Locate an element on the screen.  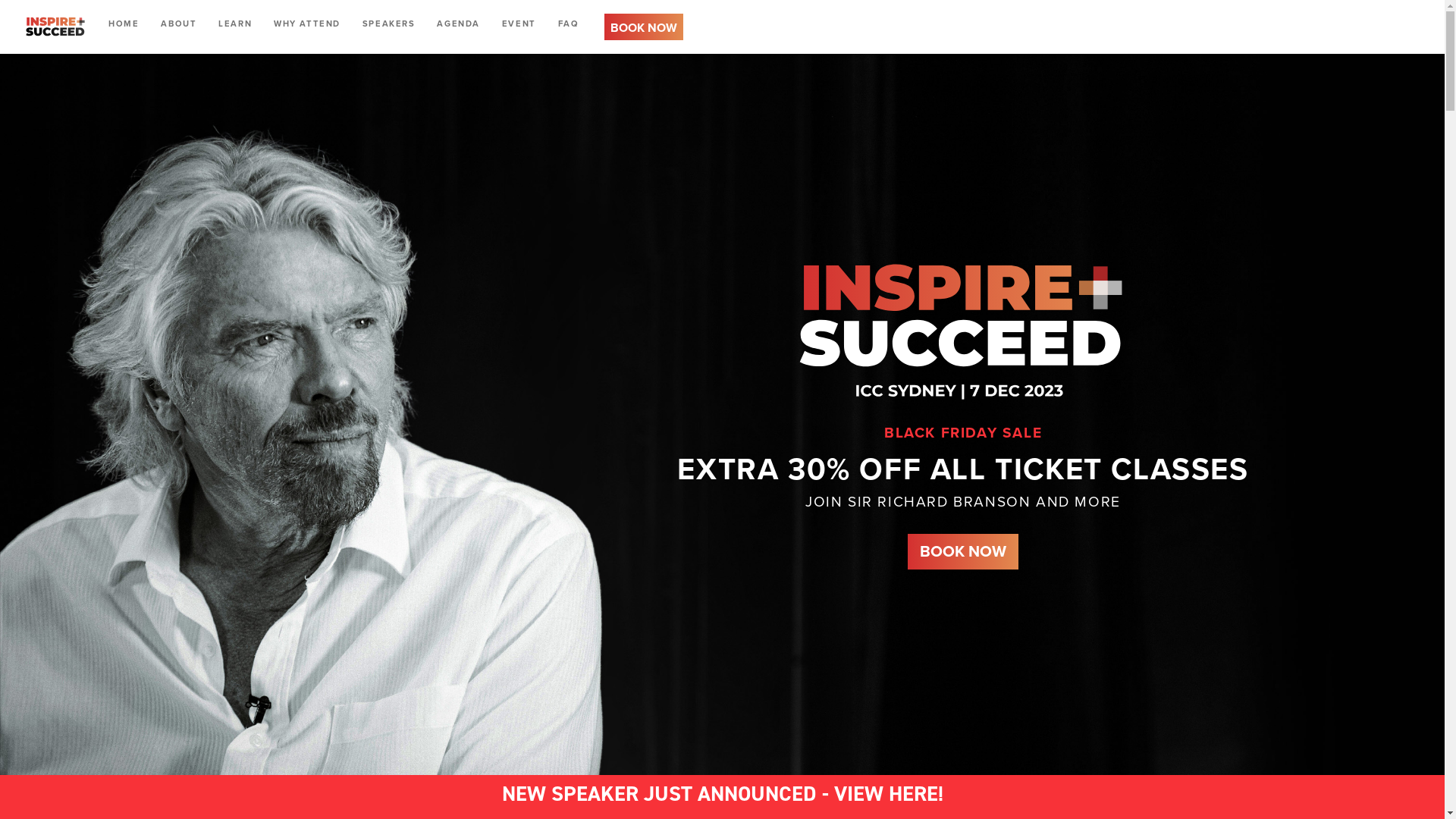
'HOME' is located at coordinates (124, 23).